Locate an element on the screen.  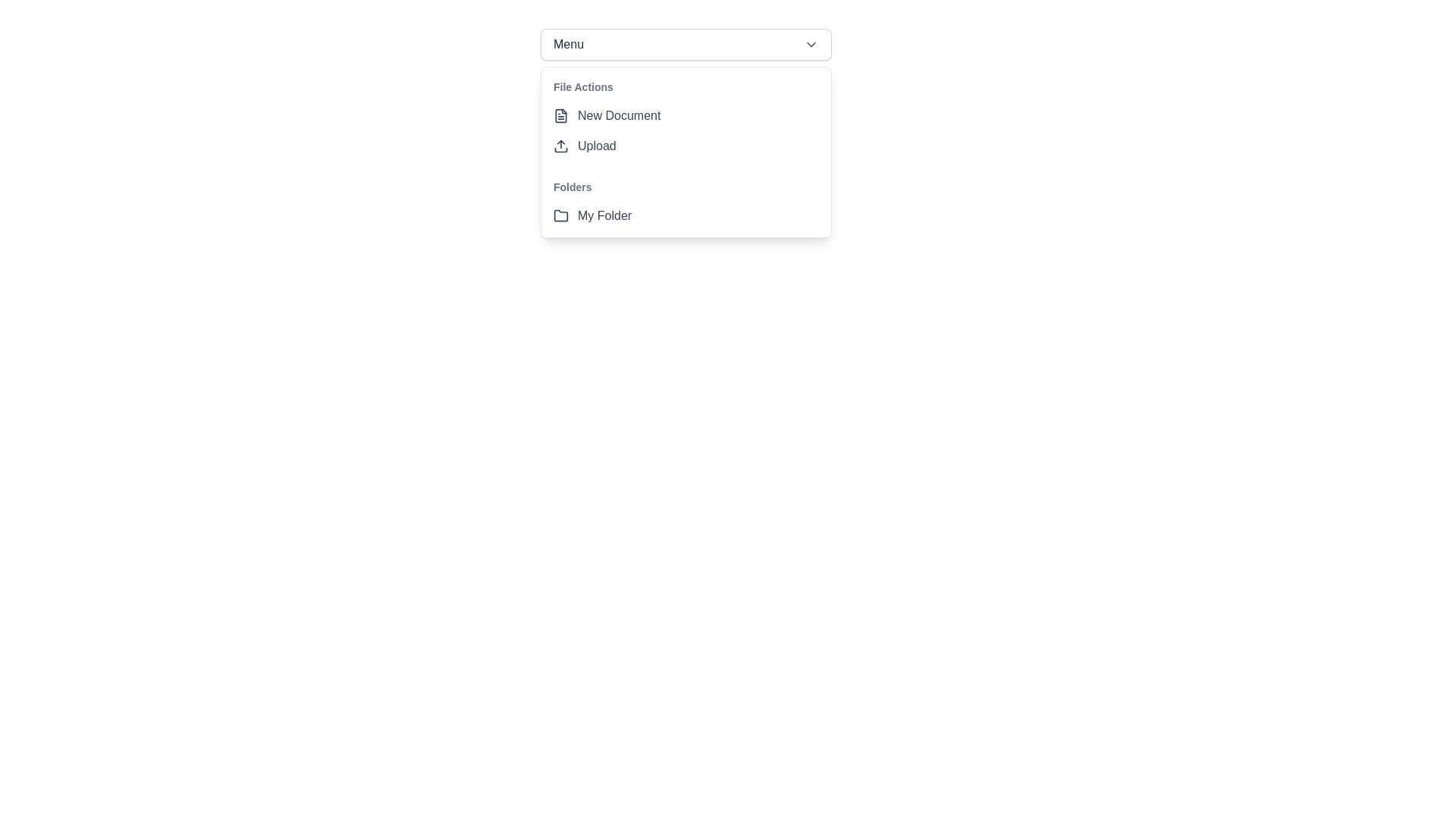
the text label representing the folder named 'My Folder' located in the submenu under the 'Folders' section of the dropdown menu is located at coordinates (604, 216).